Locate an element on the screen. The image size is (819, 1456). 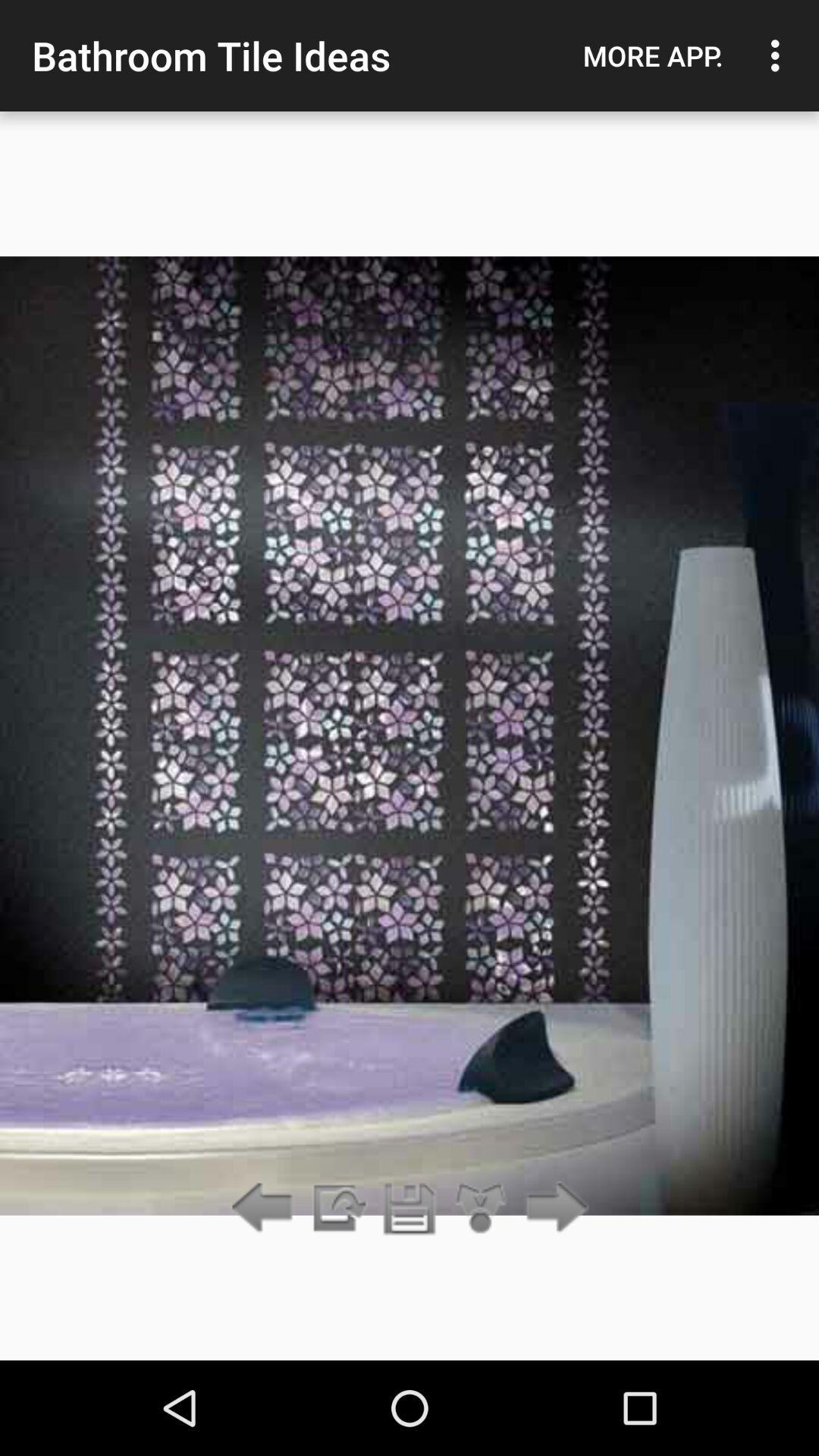
the app next to the bathroom tile ideas app is located at coordinates (652, 55).